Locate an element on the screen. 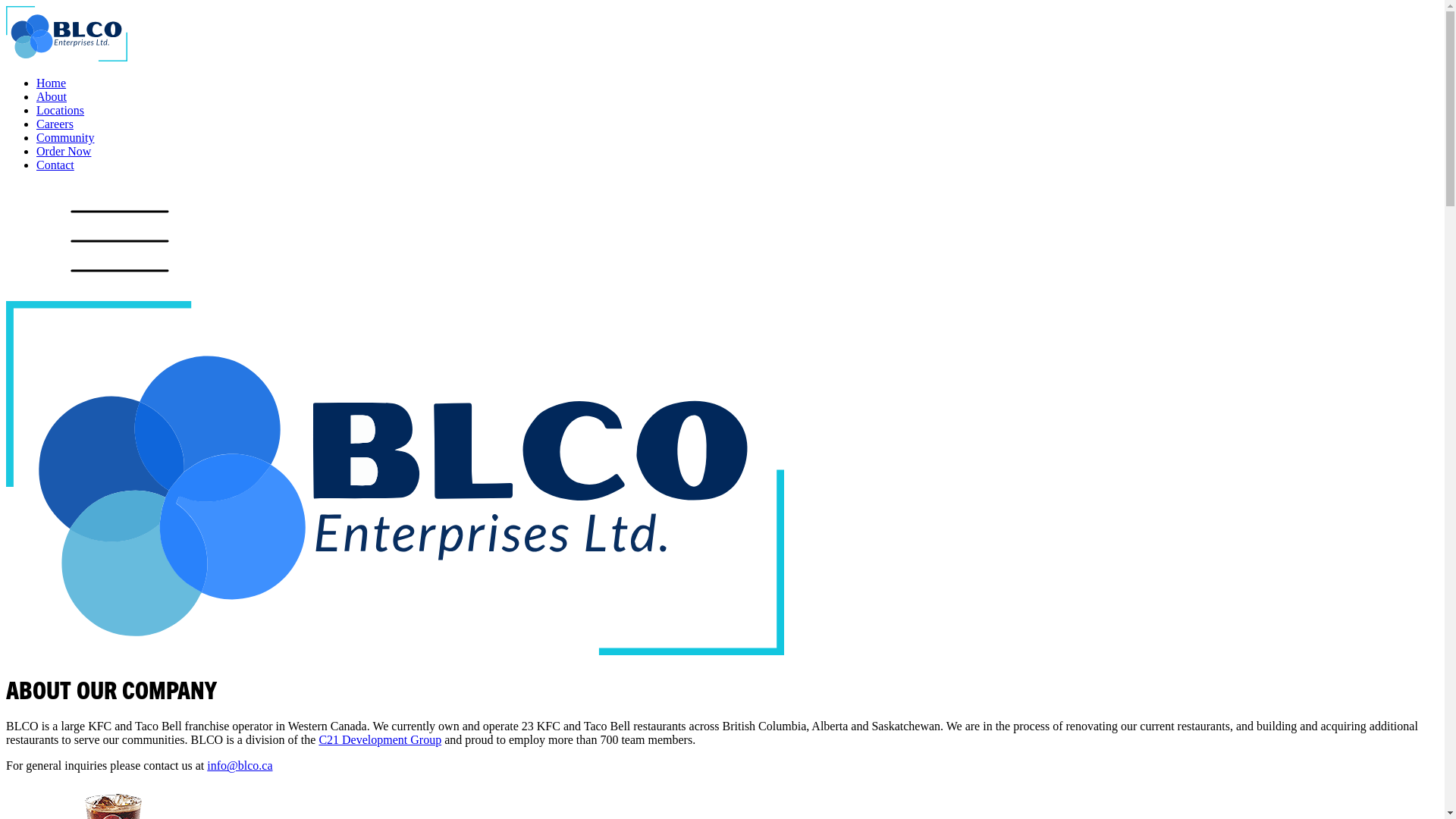 This screenshot has height=819, width=1456. 'Locations' is located at coordinates (36, 109).